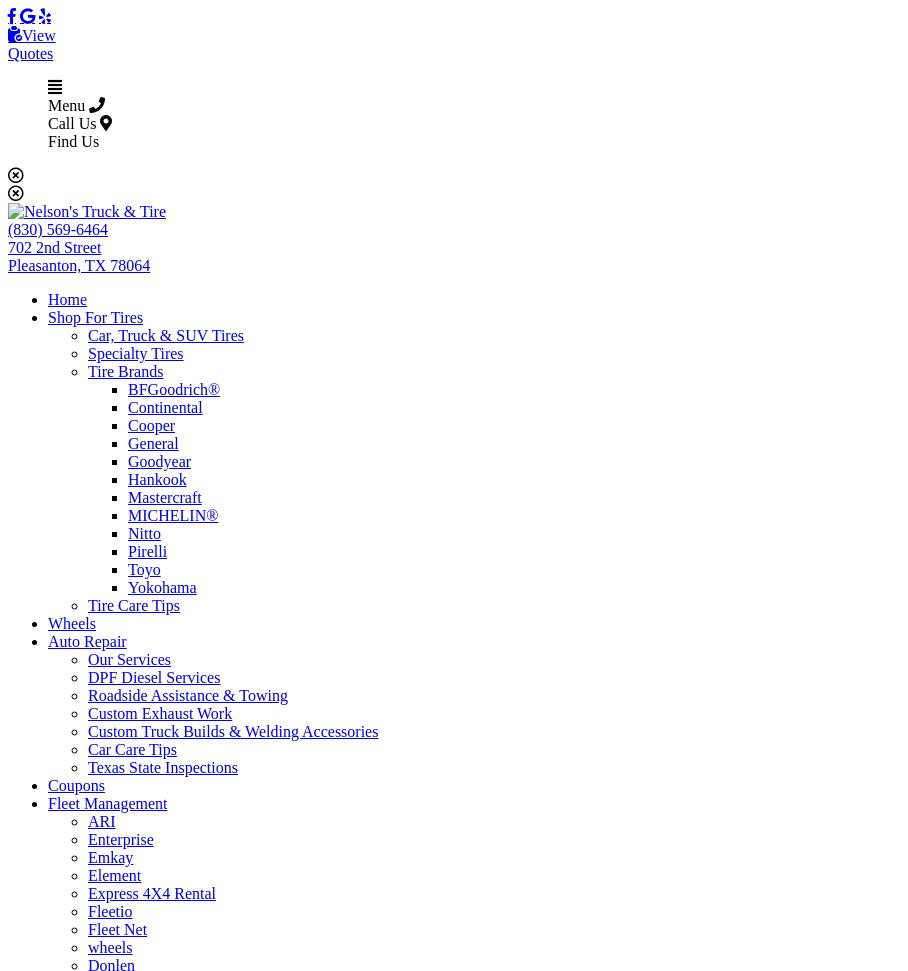  Describe the element at coordinates (161, 767) in the screenshot. I see `'Texas State Inspections'` at that location.